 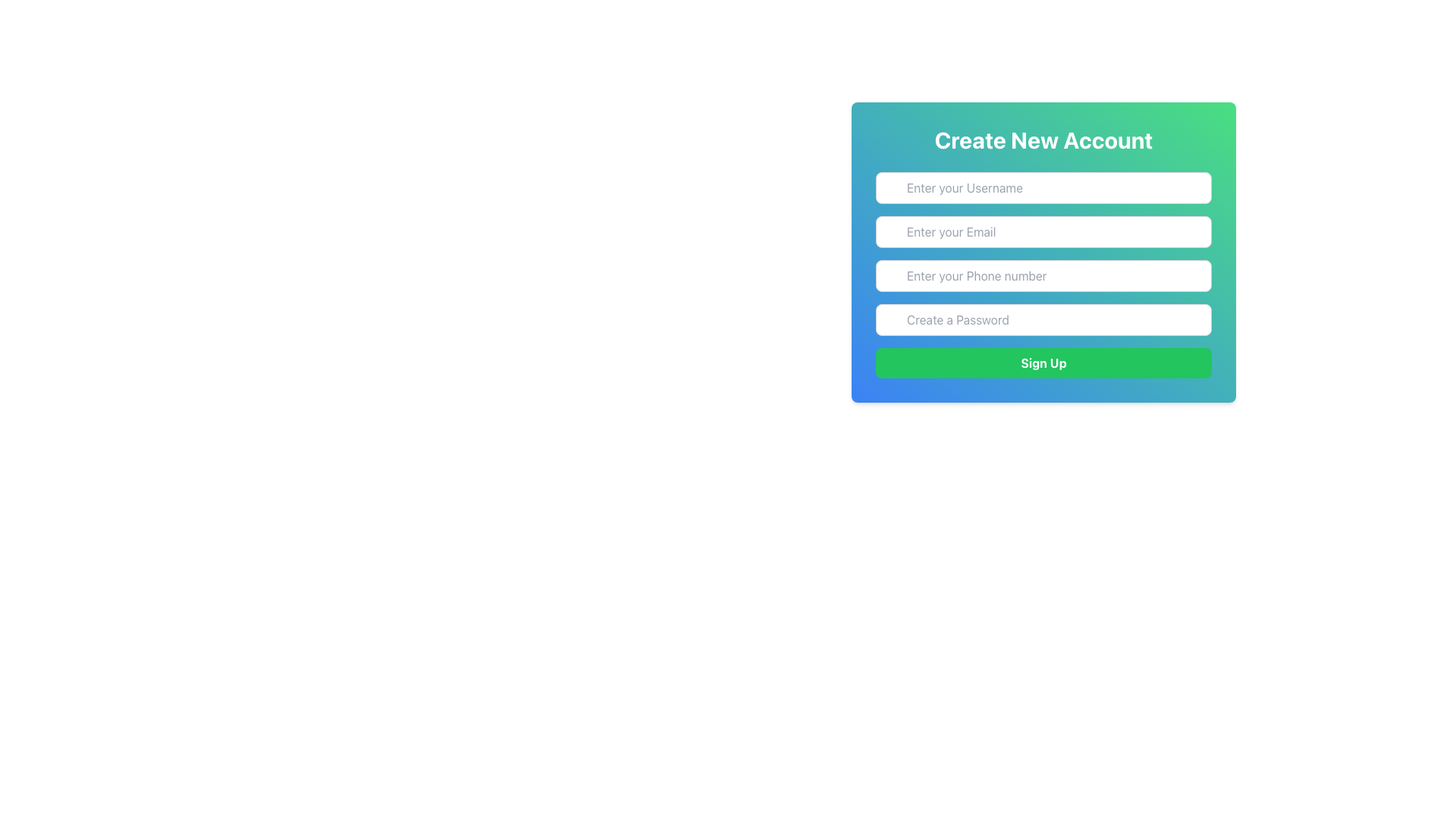 I want to click on the submission button located at the bottom of the form, directly underneath the password input field, so click(x=1043, y=362).